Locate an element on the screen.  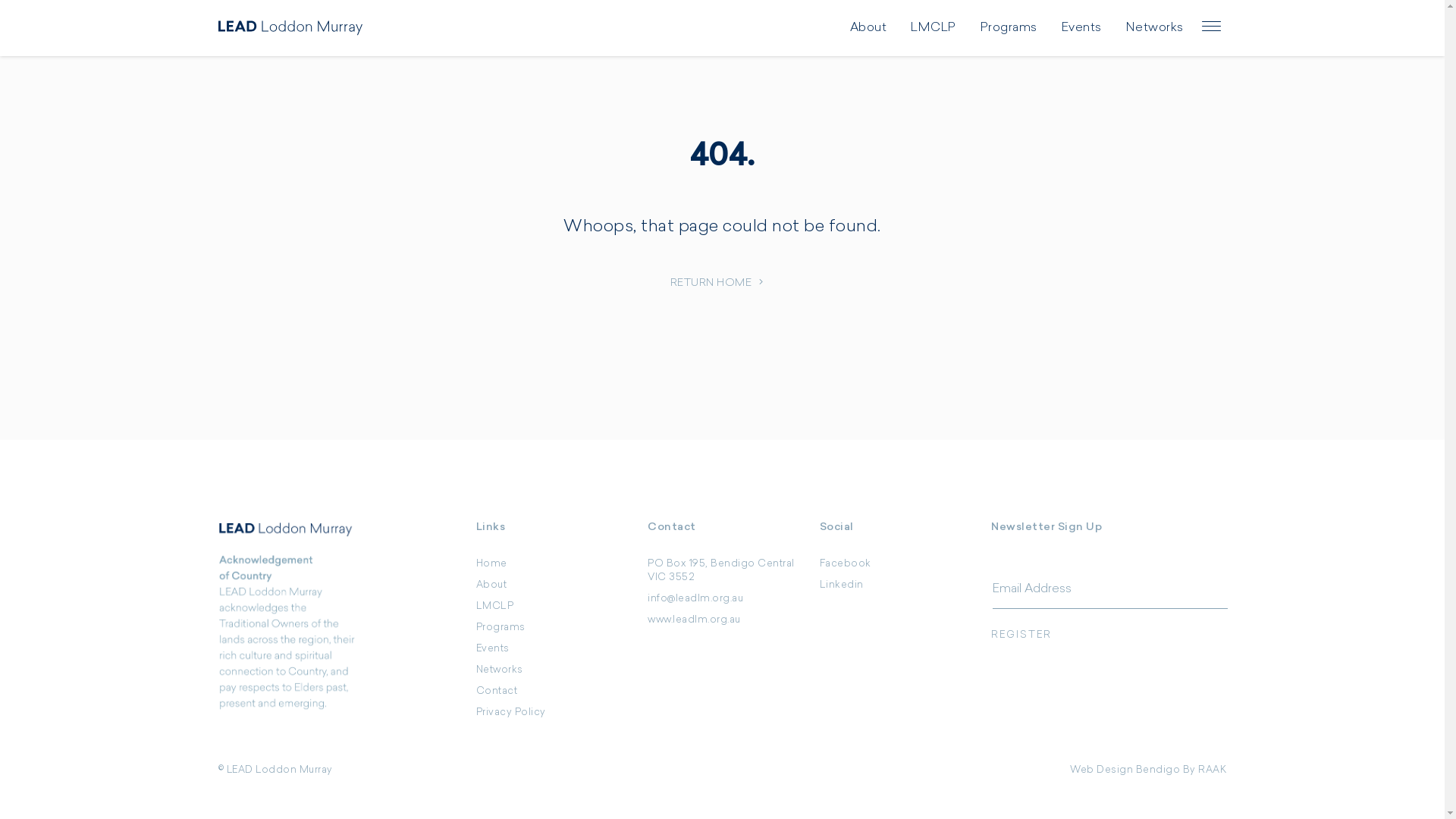
'RETURN HOME' is located at coordinates (722, 283).